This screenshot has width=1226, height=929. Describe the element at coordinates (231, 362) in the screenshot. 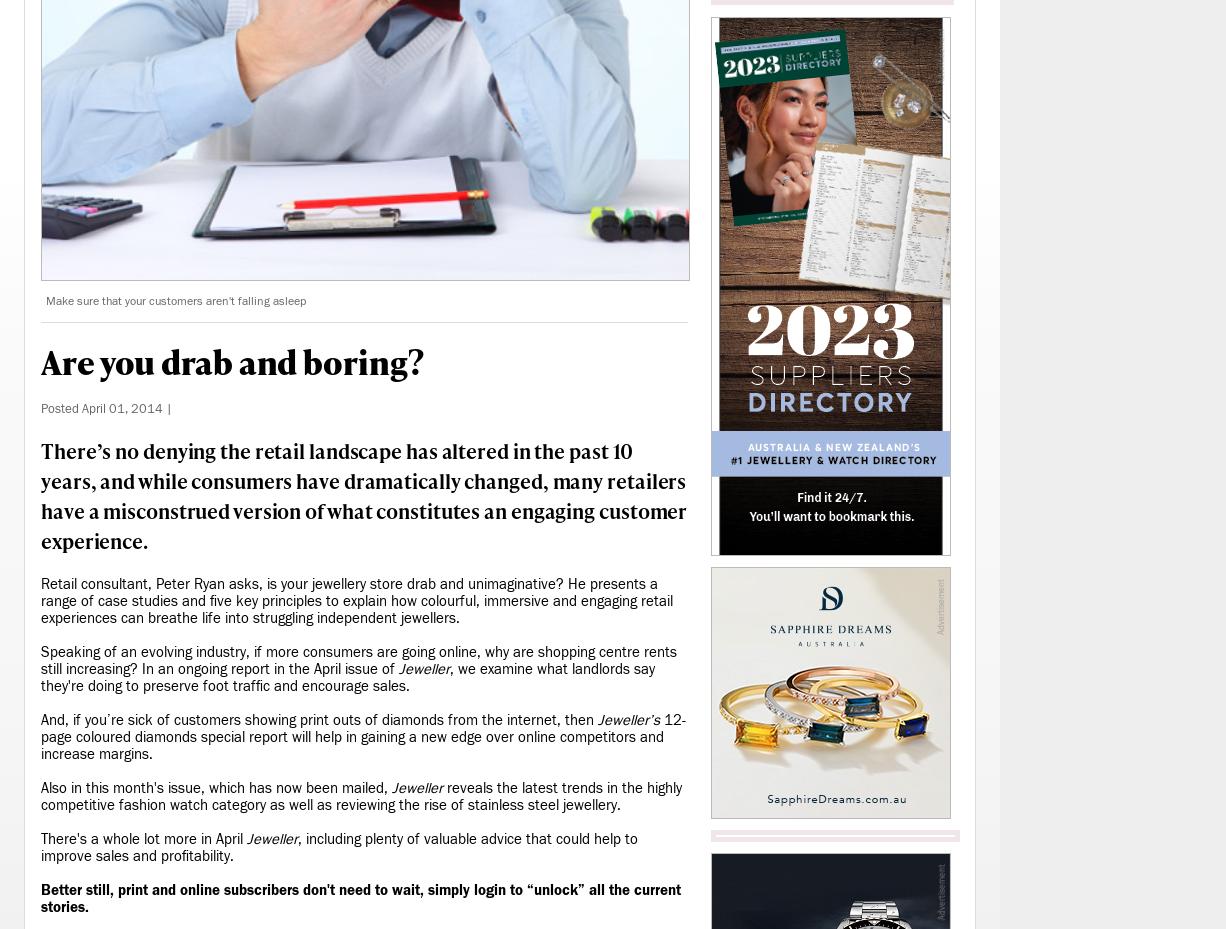

I see `'Are you drab and boring?'` at that location.